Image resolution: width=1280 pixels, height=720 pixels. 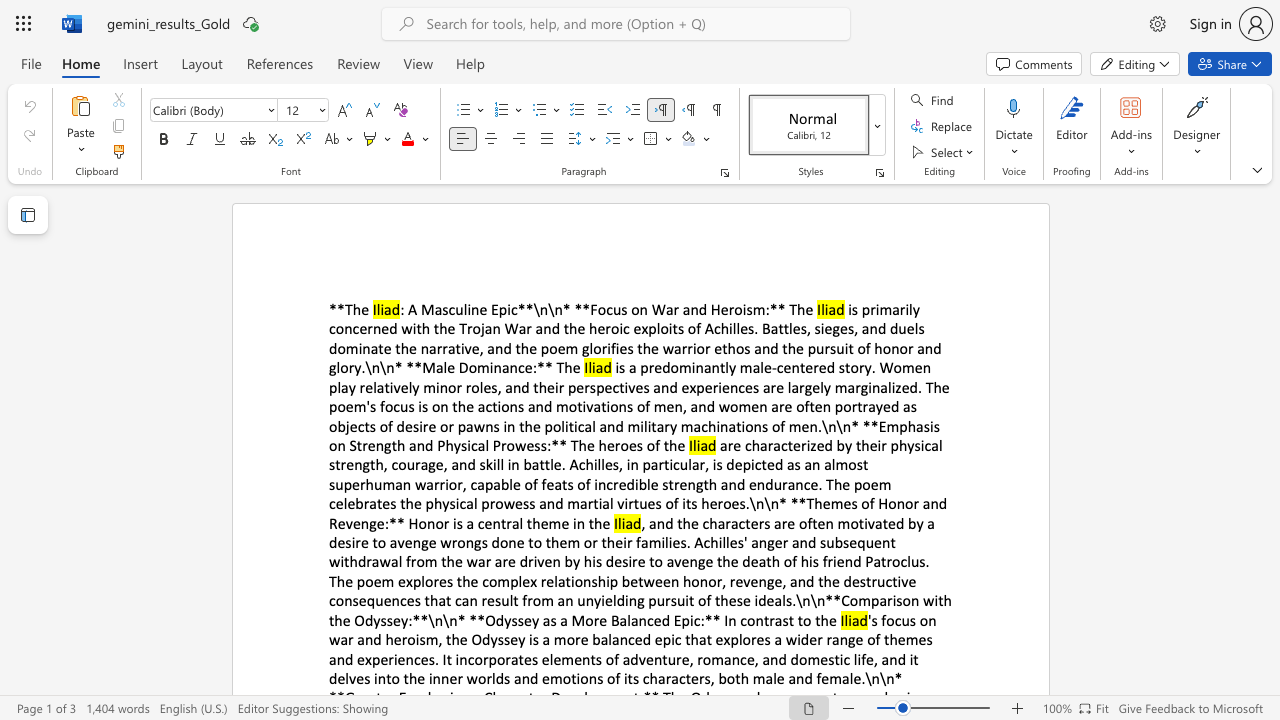 What do you see at coordinates (890, 347) in the screenshot?
I see `the subset text "nor" within the text "is primarily concerned with the Trojan War and the heroic exploits of Achilles. Battles, sieges, and duels dominate the narrative, and the poem glorifies the warrior ethos and the pursuit of honor and glory.\n\n* **Male Dominance:** The"` at bounding box center [890, 347].